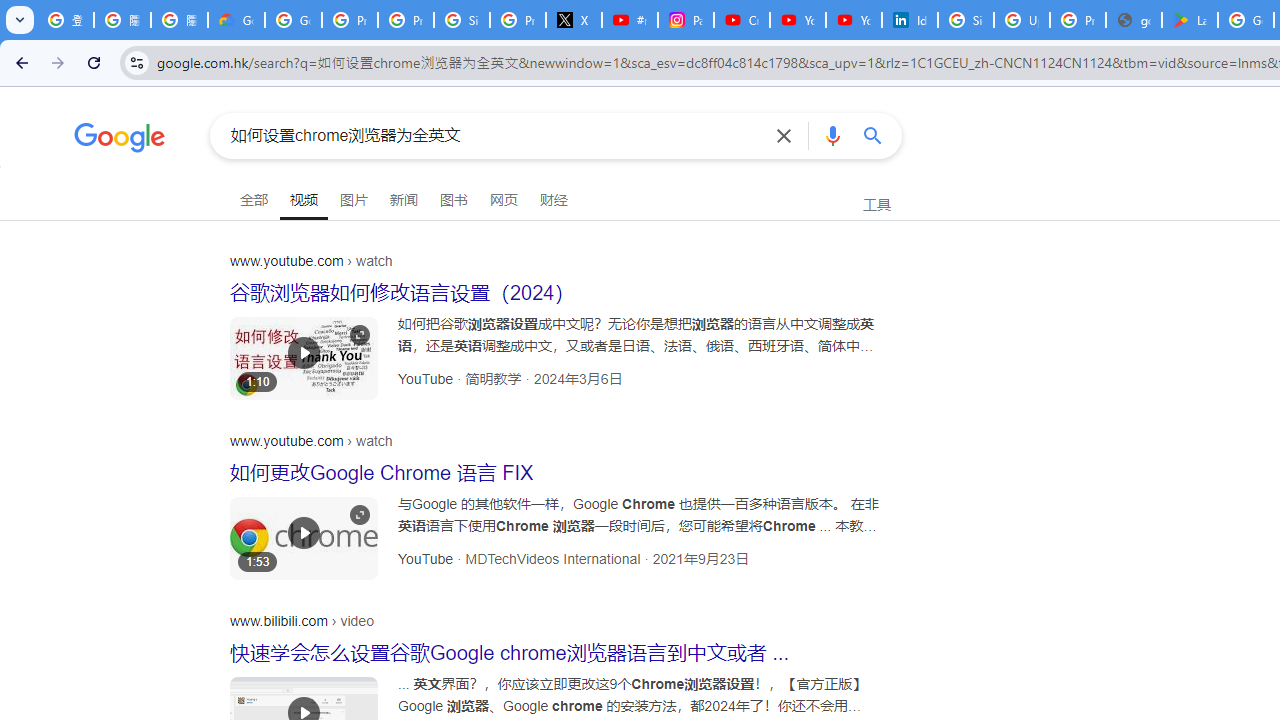  What do you see at coordinates (236, 20) in the screenshot?
I see `'Google Cloud Privacy Notice'` at bounding box center [236, 20].